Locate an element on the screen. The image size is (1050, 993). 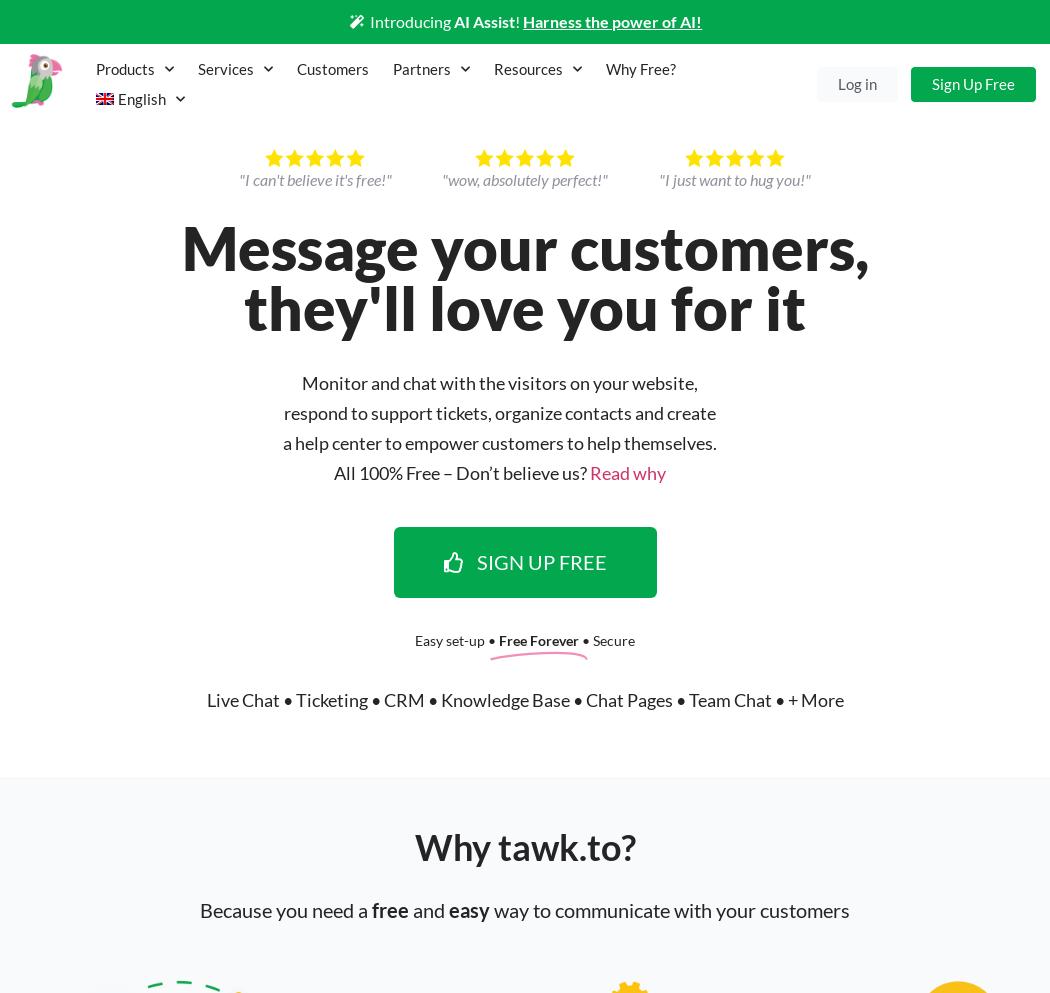
'"I just want to hug you!"' is located at coordinates (734, 178).